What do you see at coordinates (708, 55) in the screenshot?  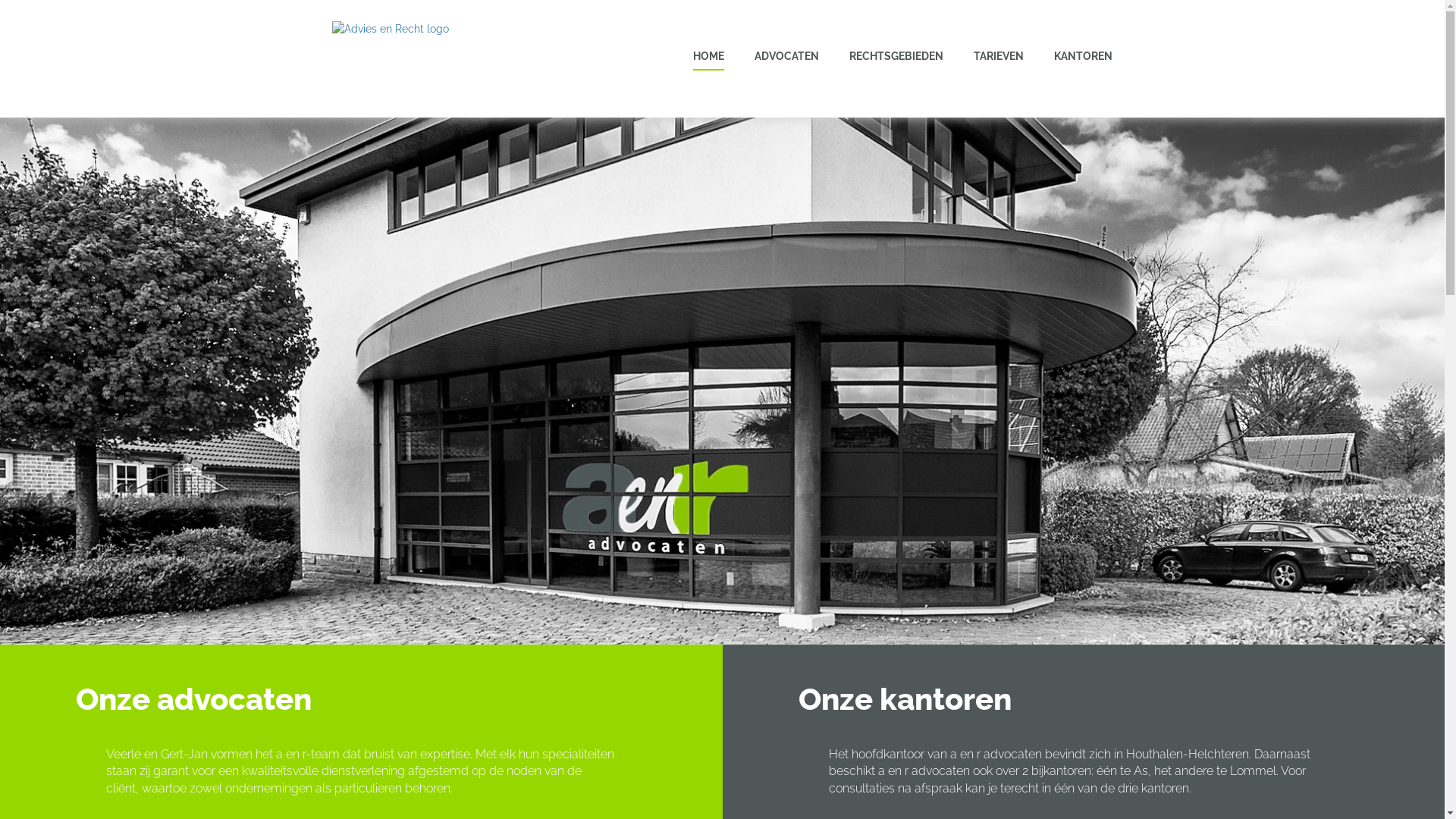 I see `'HOME'` at bounding box center [708, 55].